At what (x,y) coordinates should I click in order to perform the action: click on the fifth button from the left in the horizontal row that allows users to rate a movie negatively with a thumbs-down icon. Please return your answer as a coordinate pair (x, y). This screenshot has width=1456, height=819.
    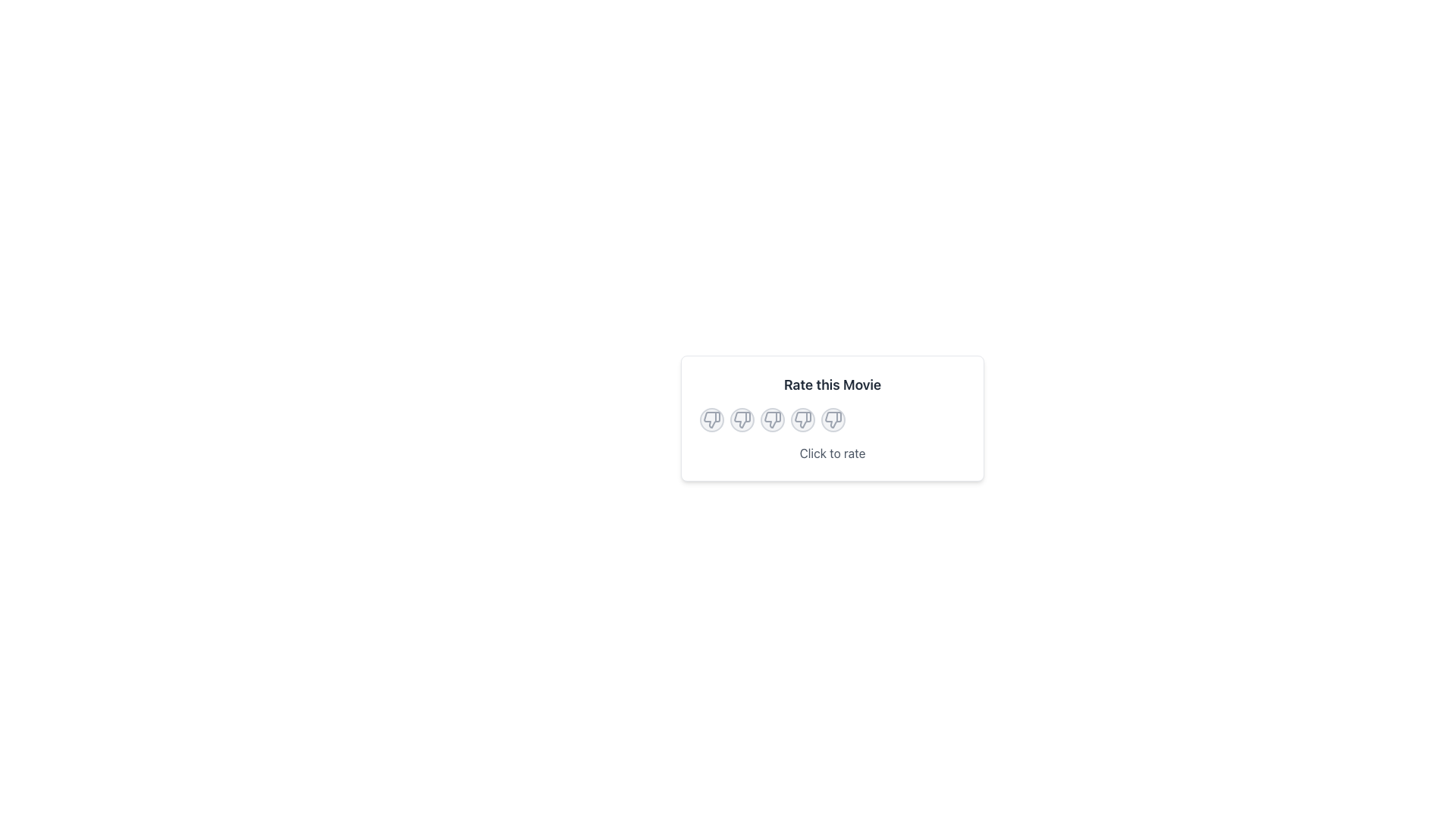
    Looking at the image, I should click on (833, 420).